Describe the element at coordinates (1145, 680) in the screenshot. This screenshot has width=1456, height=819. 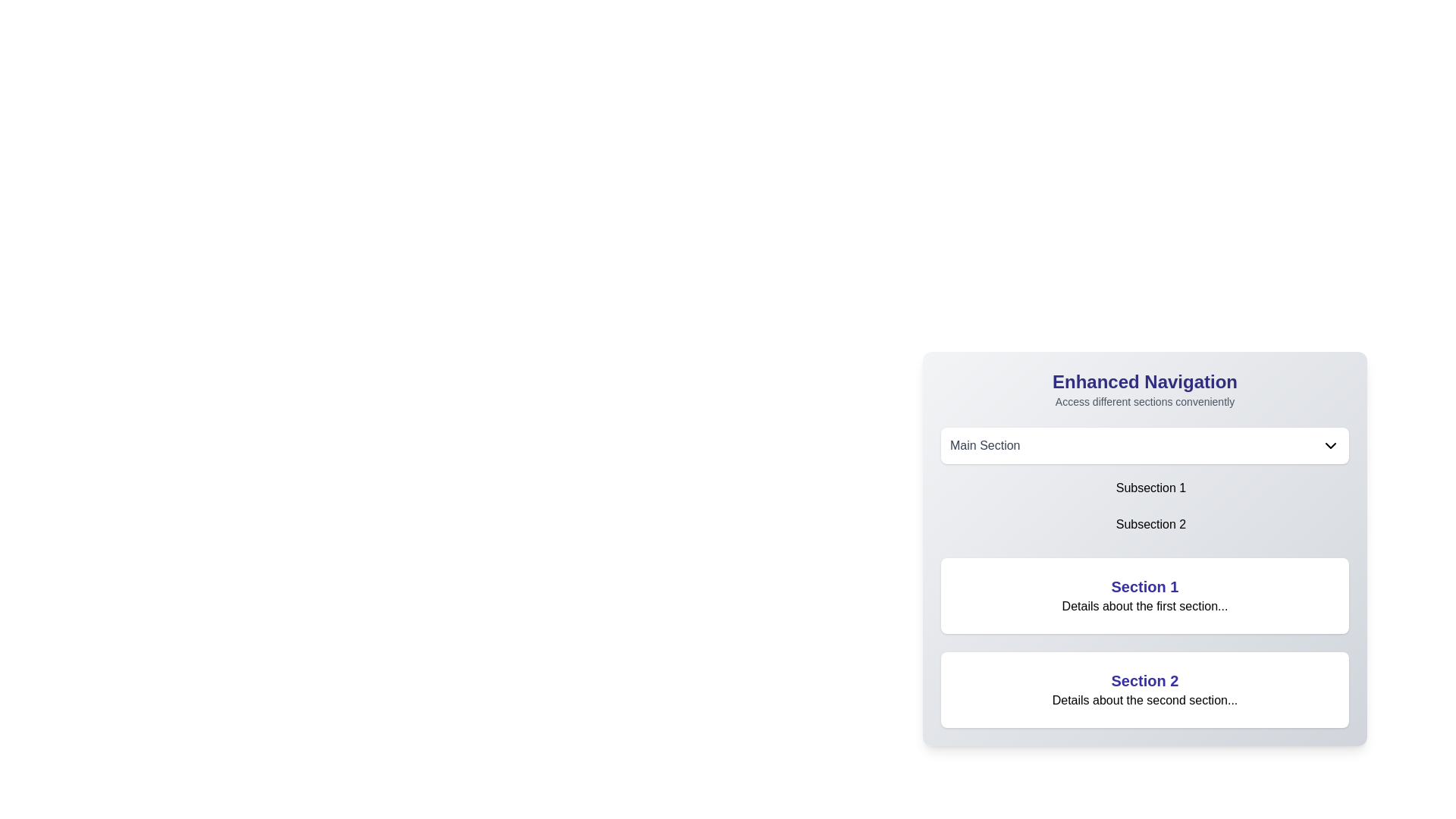
I see `text heading element labeled 'Section 2', which is styled in bold and indigo color, located in the bottom section of a card` at that location.